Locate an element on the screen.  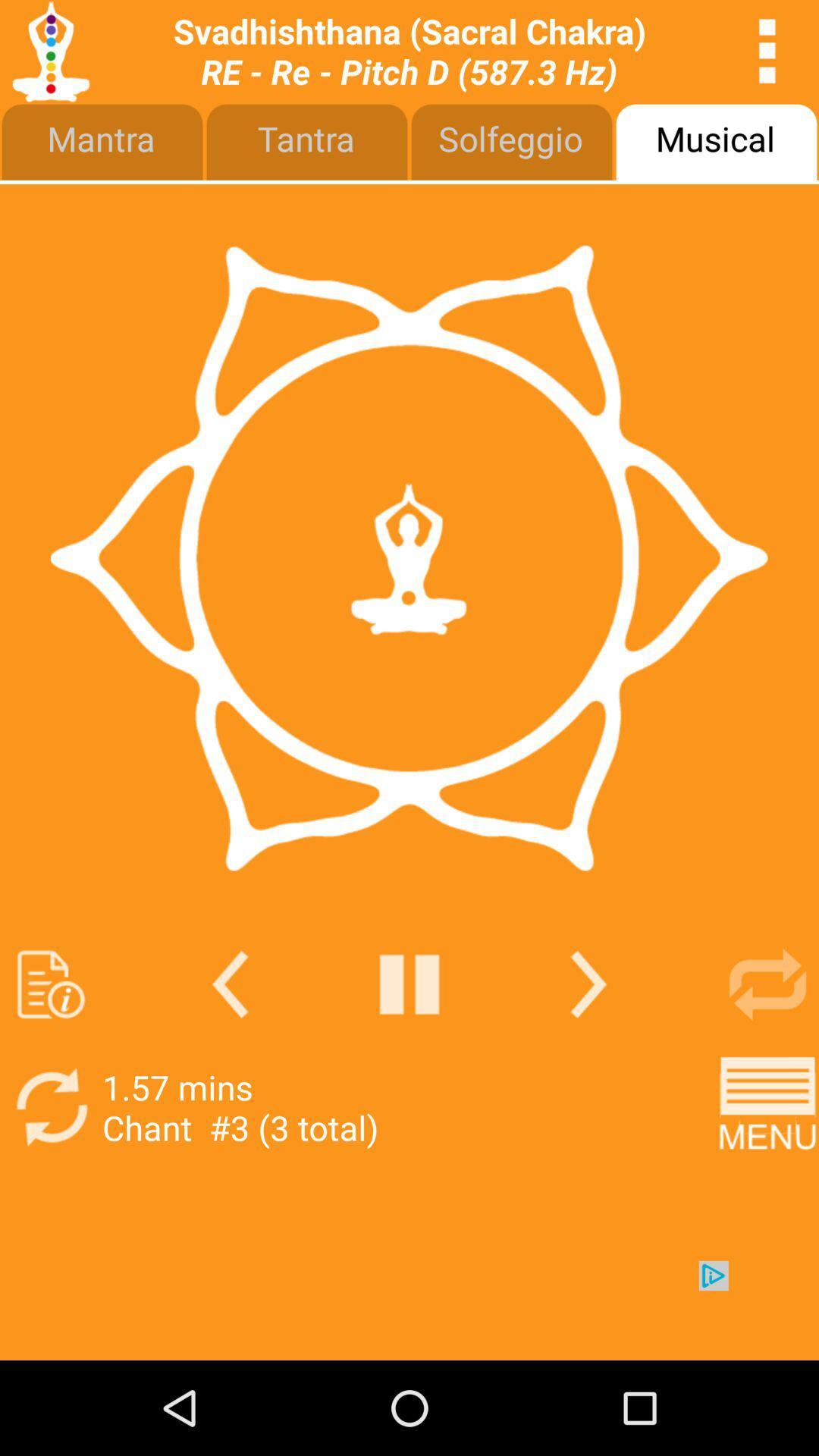
this button is for more options is located at coordinates (767, 51).